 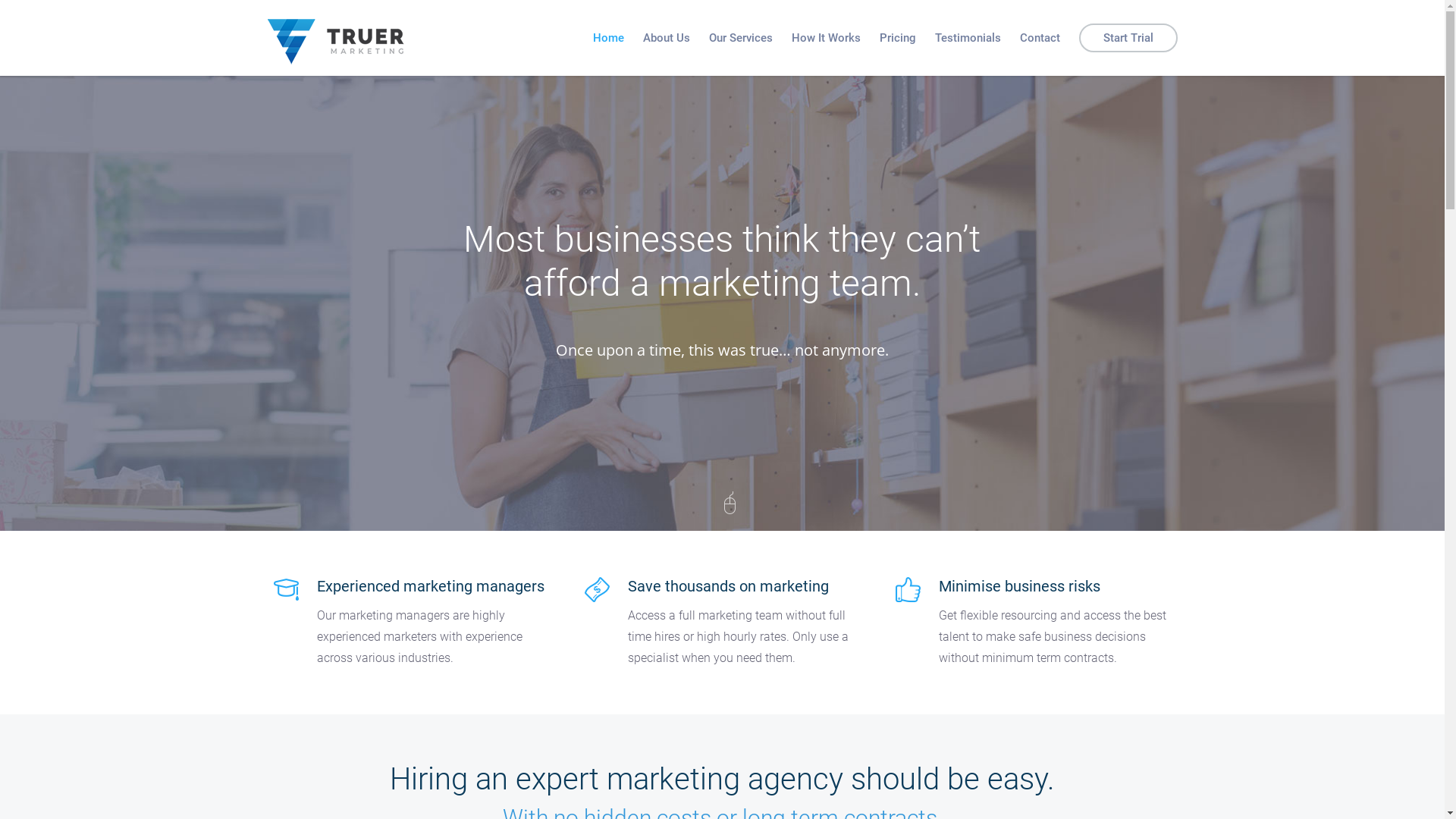 What do you see at coordinates (708, 37) in the screenshot?
I see `'Our Services'` at bounding box center [708, 37].